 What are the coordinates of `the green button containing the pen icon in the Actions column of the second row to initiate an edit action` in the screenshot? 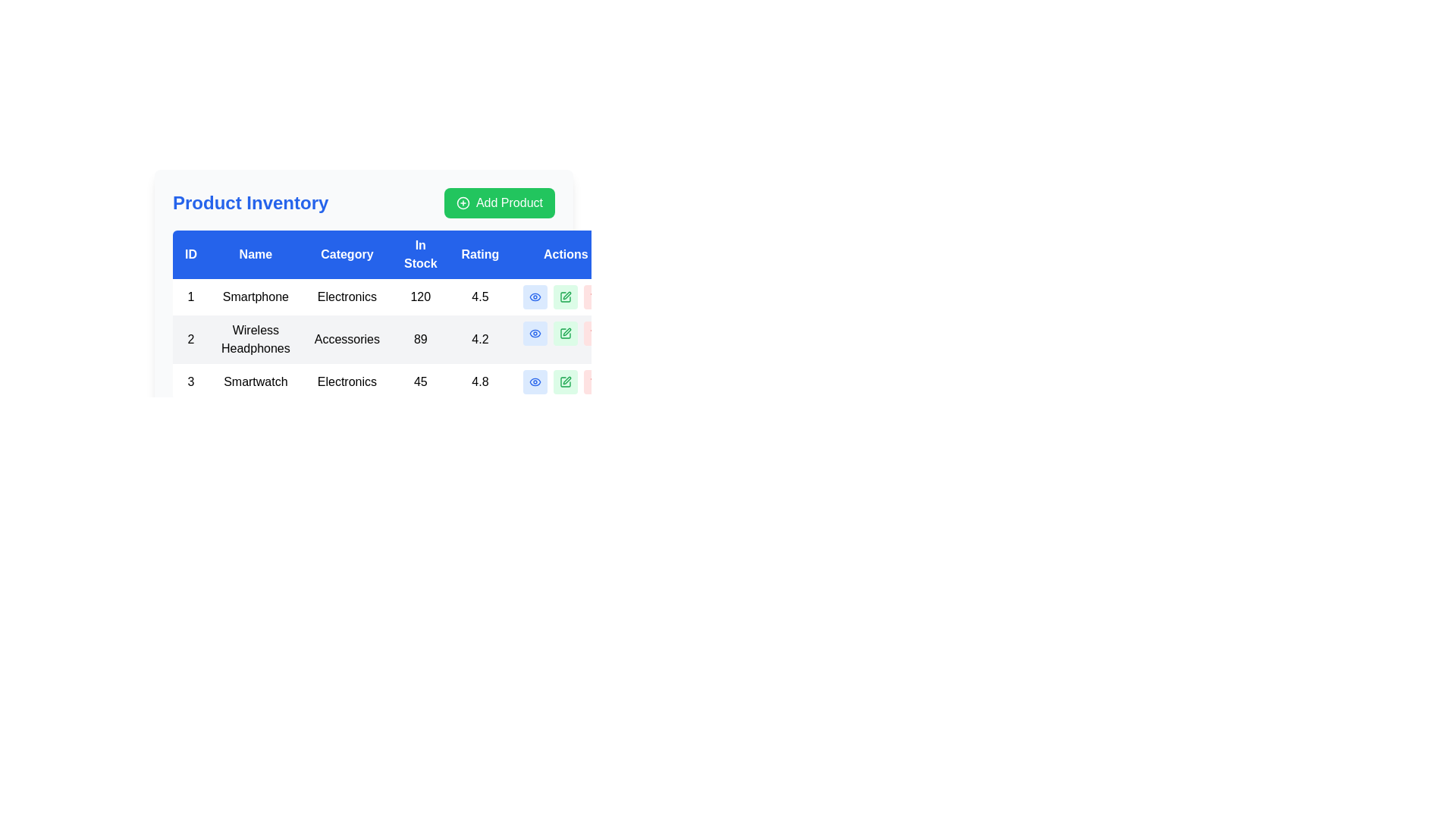 It's located at (564, 332).